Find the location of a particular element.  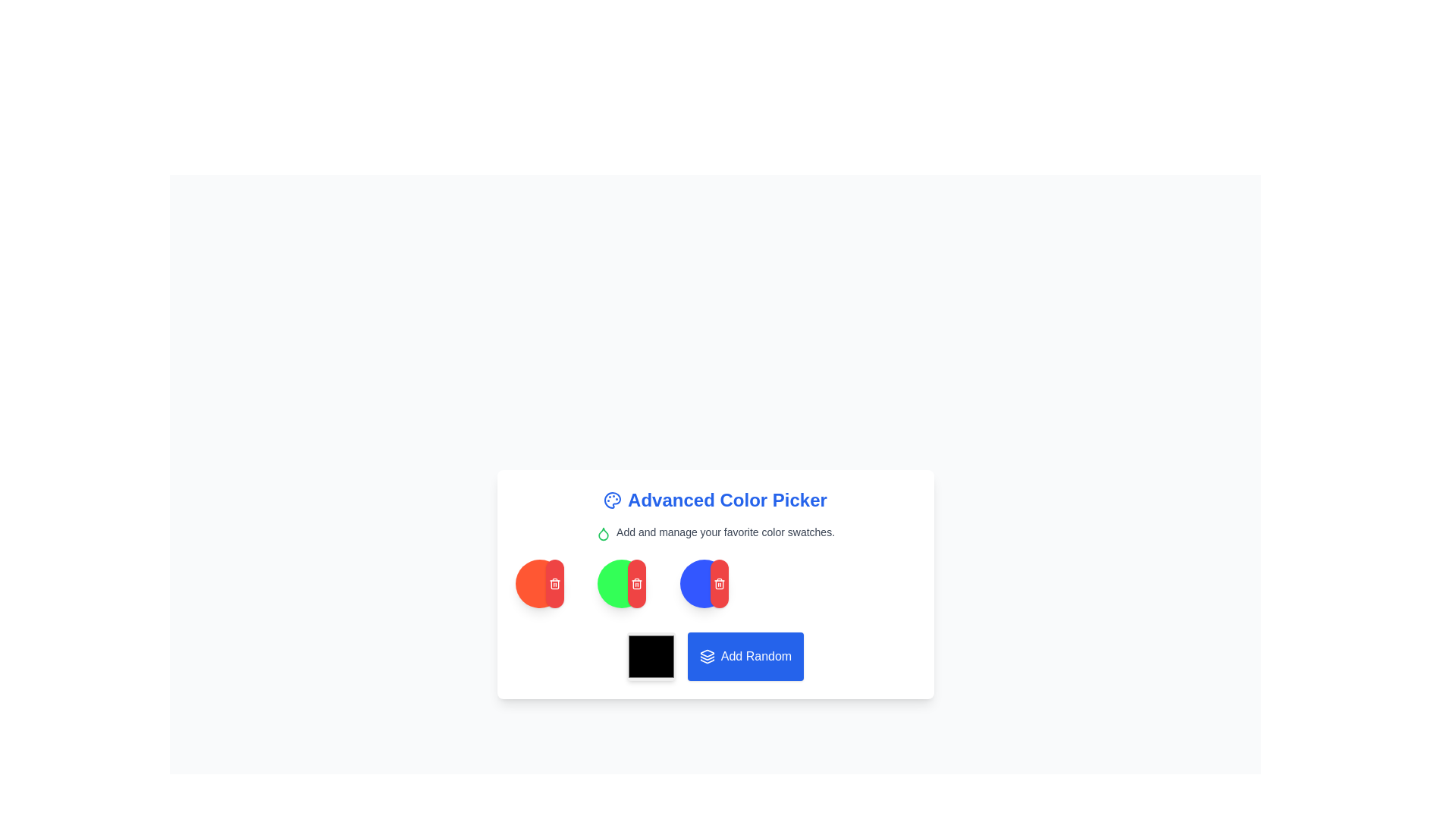

the delete icon within the second red circular button located to the right of the color swatches is located at coordinates (719, 582).